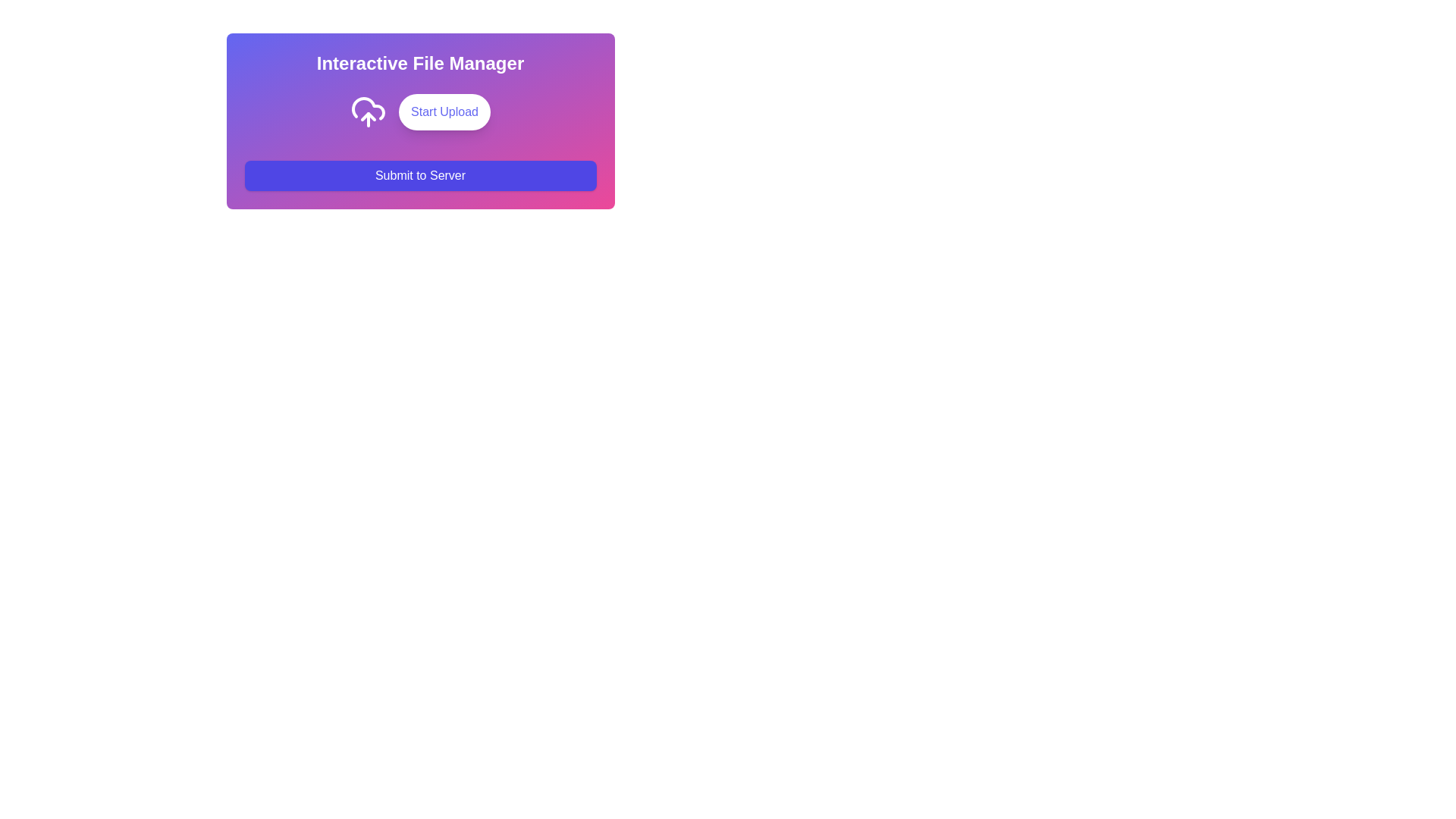  What do you see at coordinates (420, 111) in the screenshot?
I see `the upload button located below the 'Interactive File Manager' heading to observe any effects` at bounding box center [420, 111].